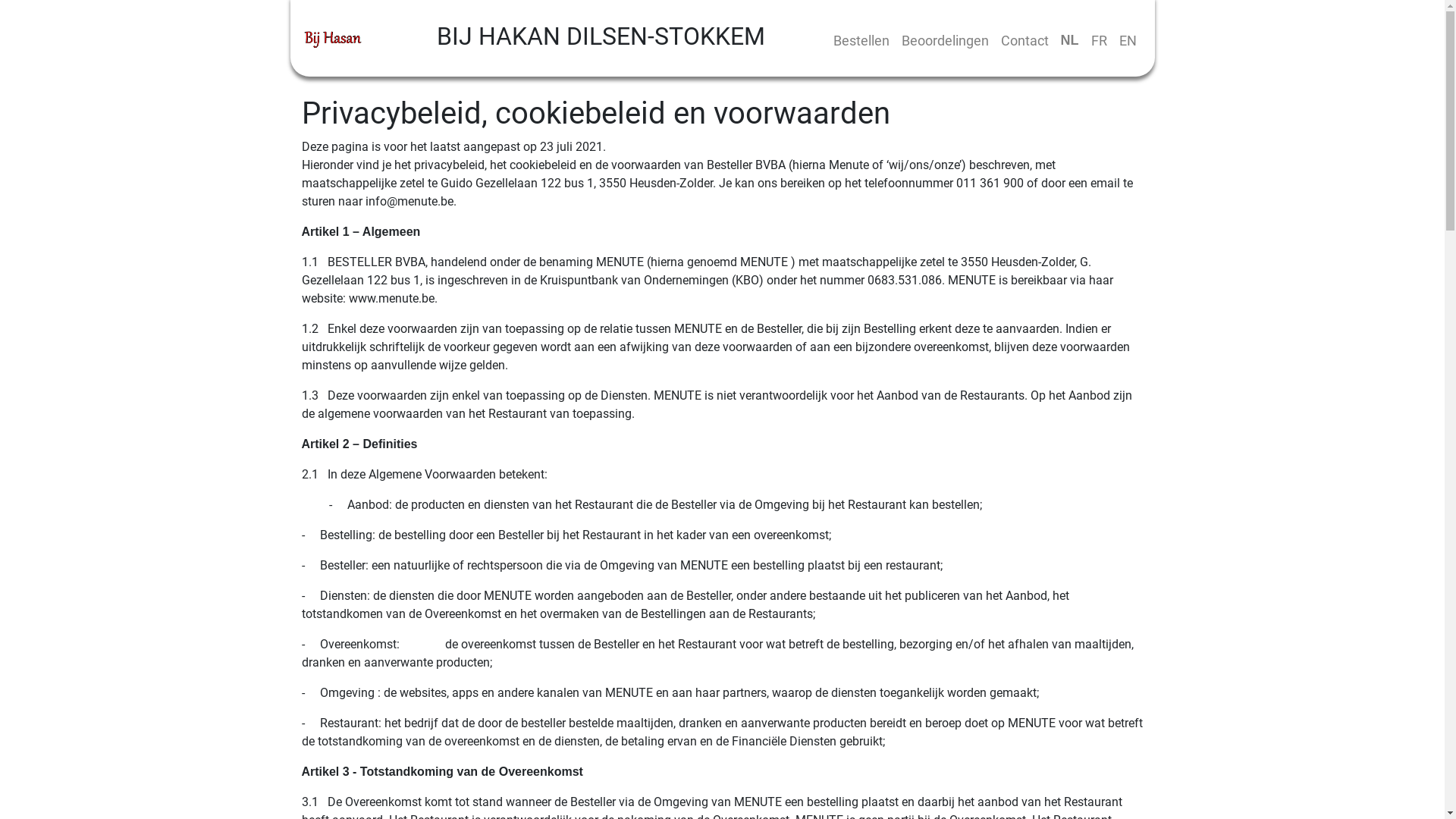  Describe the element at coordinates (1128, 39) in the screenshot. I see `'EN'` at that location.